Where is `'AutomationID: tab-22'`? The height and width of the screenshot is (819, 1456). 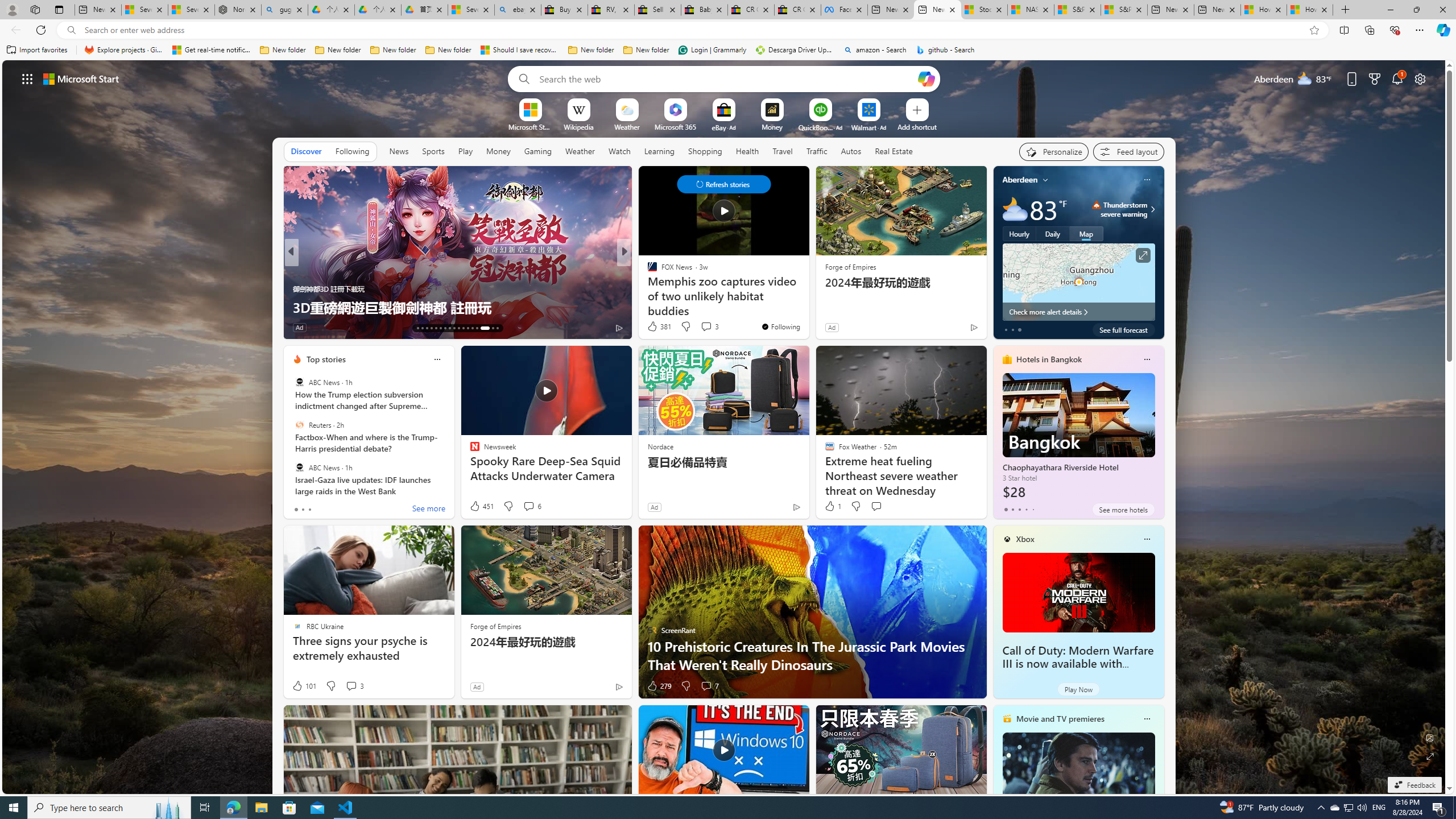
'AutomationID: tab-22' is located at coordinates (458, 328).